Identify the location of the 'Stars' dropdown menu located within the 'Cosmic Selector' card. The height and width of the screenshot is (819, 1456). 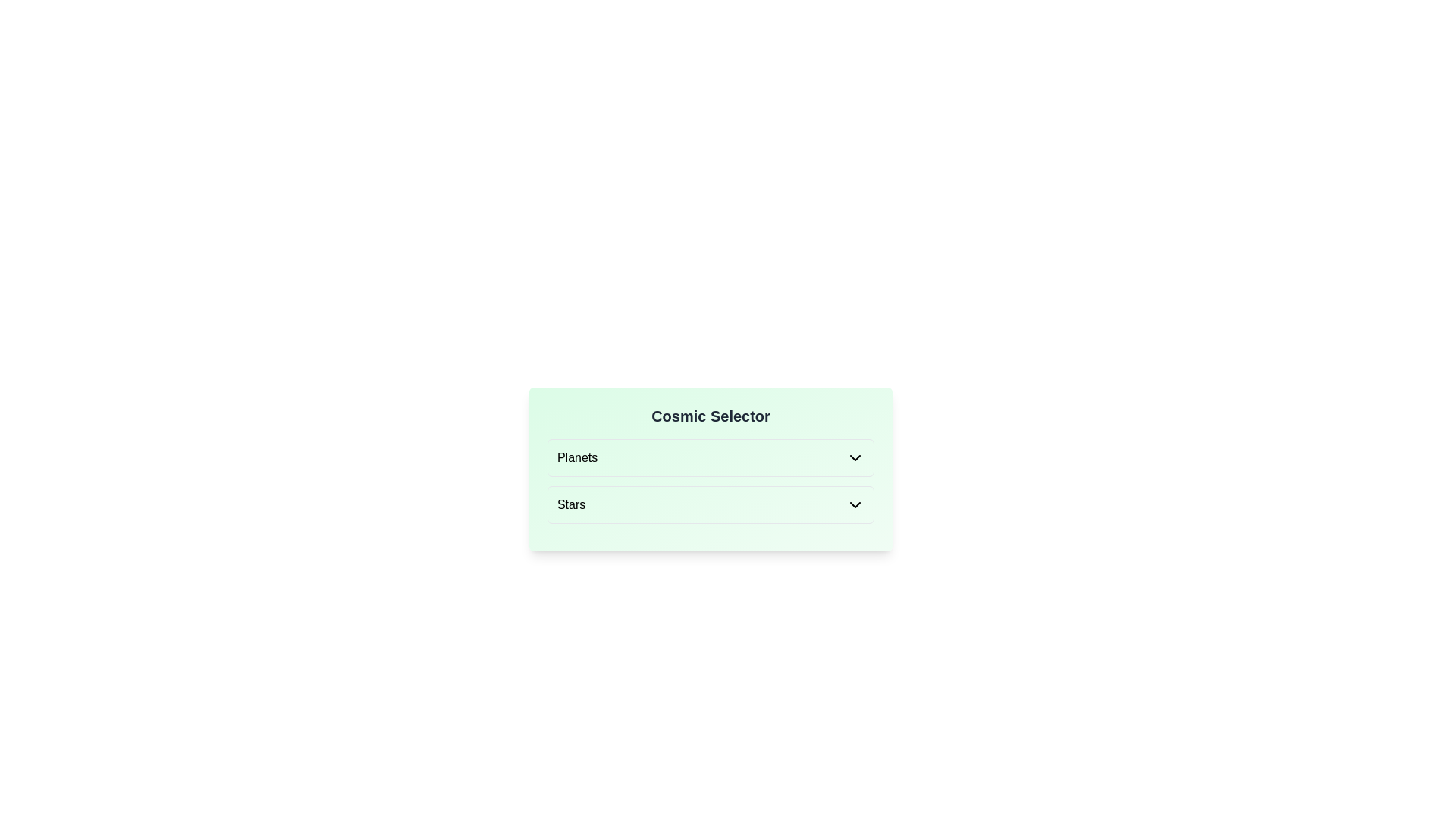
(710, 505).